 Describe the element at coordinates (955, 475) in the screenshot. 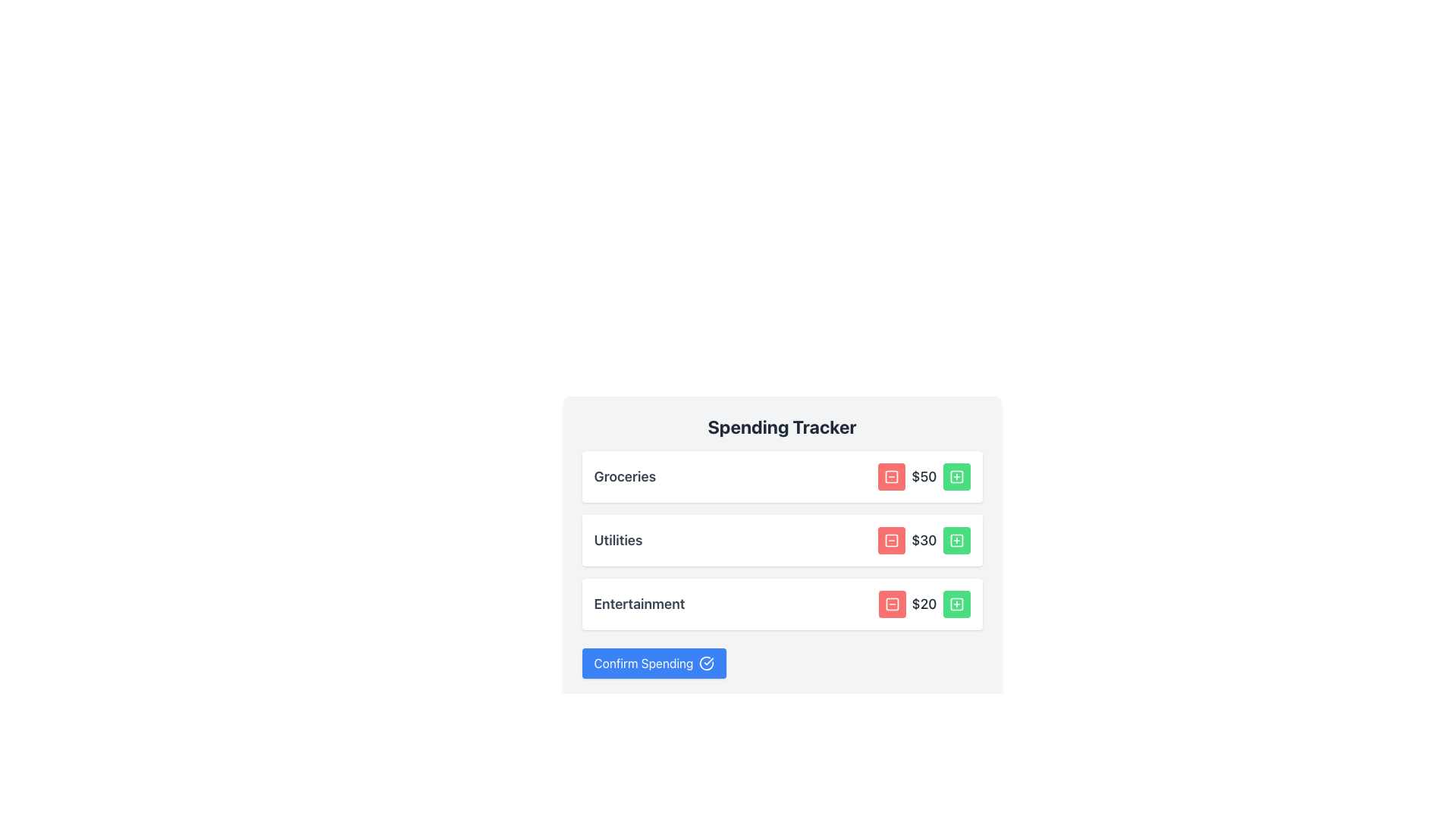

I see `the interactive control button for adding or increasing the value associated with the 'Groceries' category in the spending tracker` at that location.